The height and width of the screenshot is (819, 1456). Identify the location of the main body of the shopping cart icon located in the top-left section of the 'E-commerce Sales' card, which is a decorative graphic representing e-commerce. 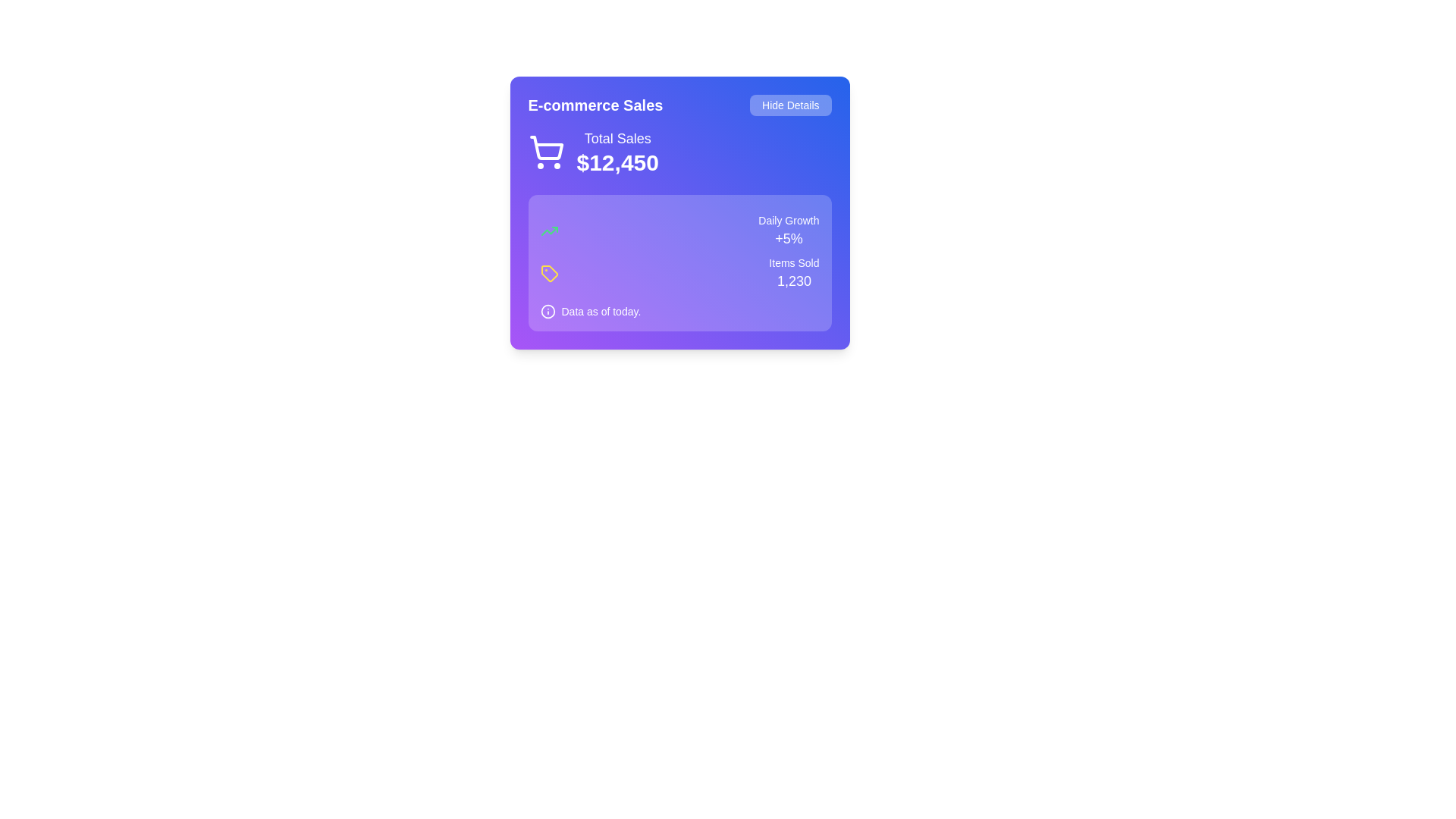
(546, 148).